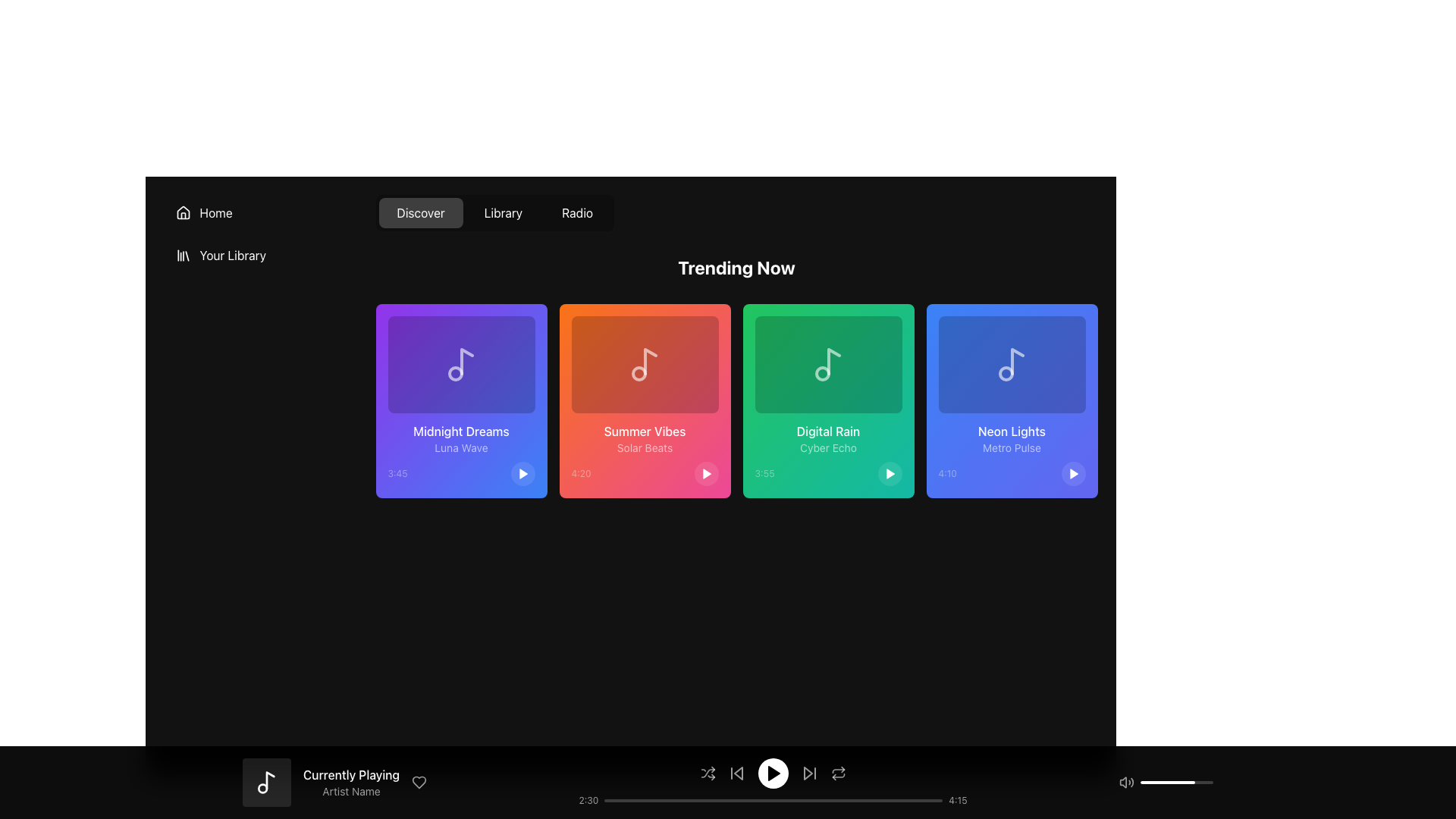 The image size is (1456, 819). What do you see at coordinates (629, 800) in the screenshot?
I see `playback position` at bounding box center [629, 800].